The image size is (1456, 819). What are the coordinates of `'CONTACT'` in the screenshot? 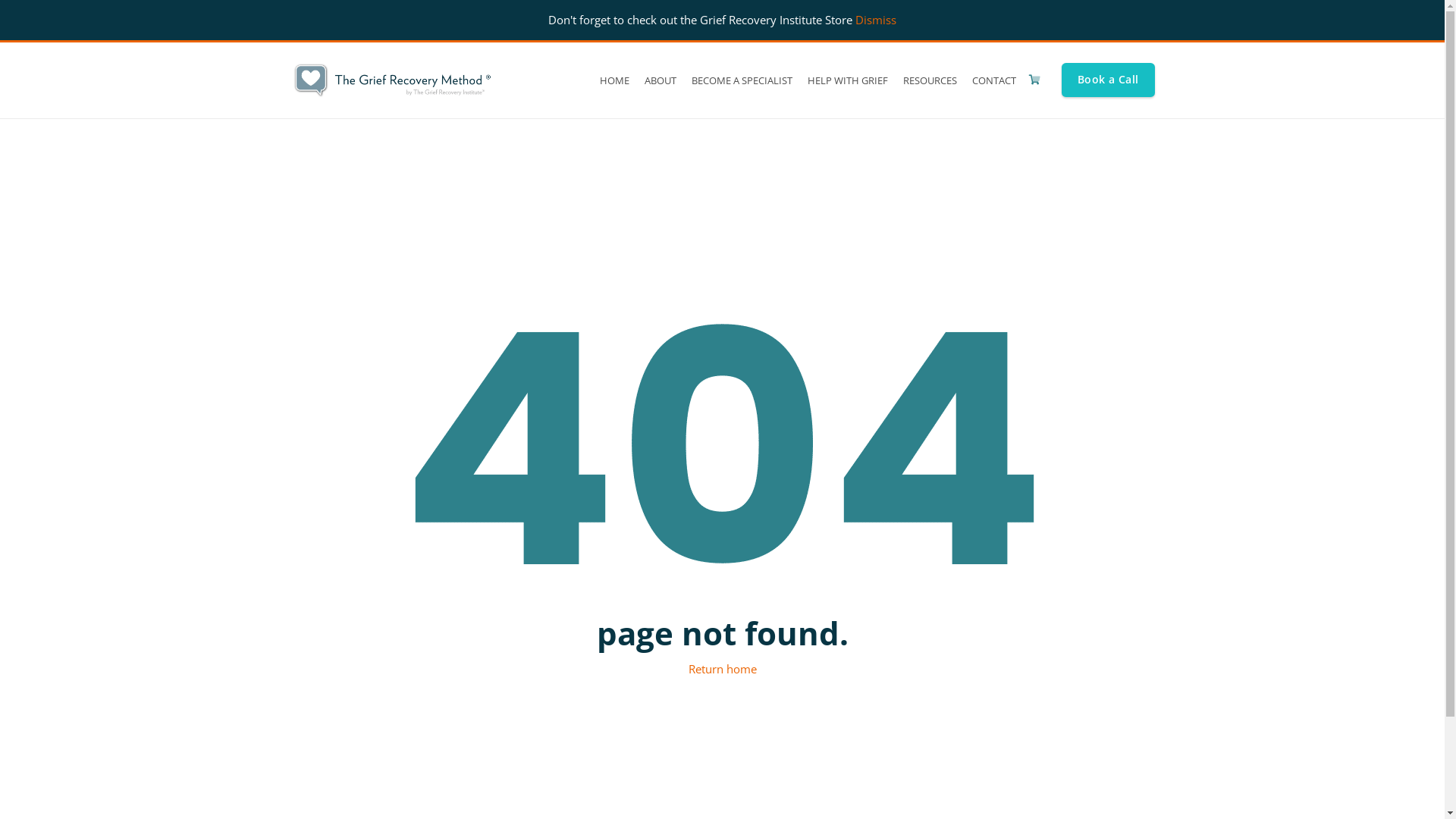 It's located at (993, 80).